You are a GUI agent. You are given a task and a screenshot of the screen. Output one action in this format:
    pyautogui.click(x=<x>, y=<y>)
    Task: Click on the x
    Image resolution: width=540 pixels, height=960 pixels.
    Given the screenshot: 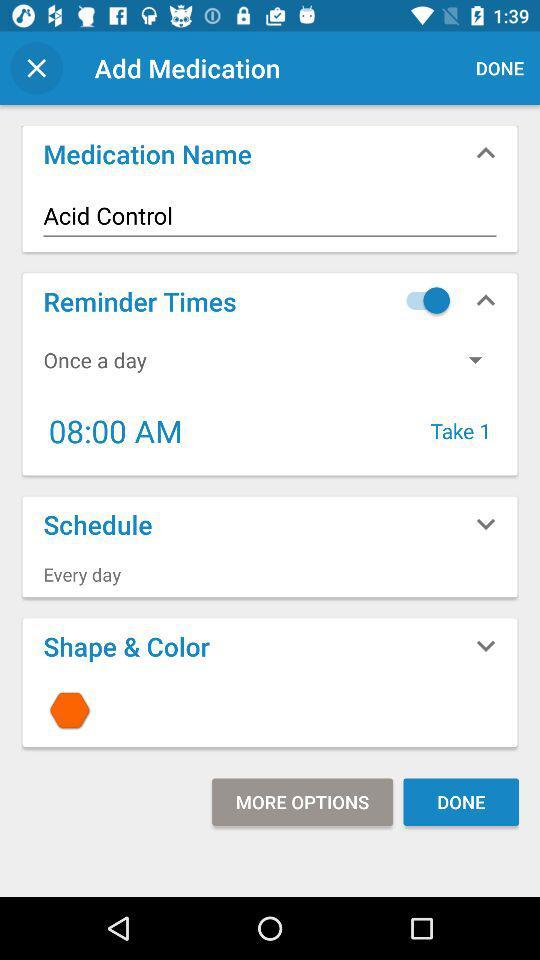 What is the action you would take?
    pyautogui.click(x=36, y=68)
    